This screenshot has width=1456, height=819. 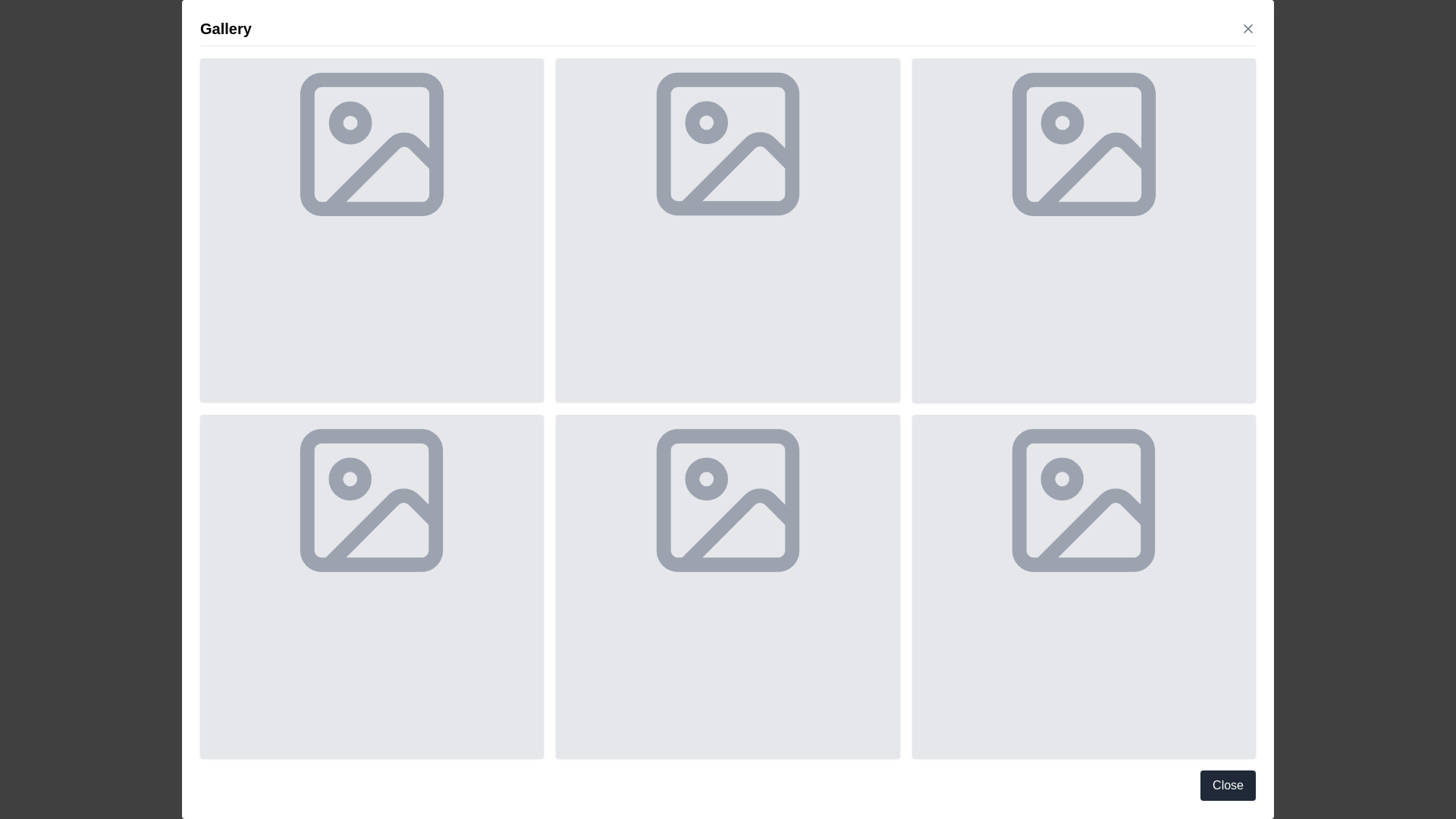 I want to click on the Decorative Component which is part of the framed picture icon located in the center of a grid layout, specifically the icon in the second row, second column, so click(x=728, y=500).